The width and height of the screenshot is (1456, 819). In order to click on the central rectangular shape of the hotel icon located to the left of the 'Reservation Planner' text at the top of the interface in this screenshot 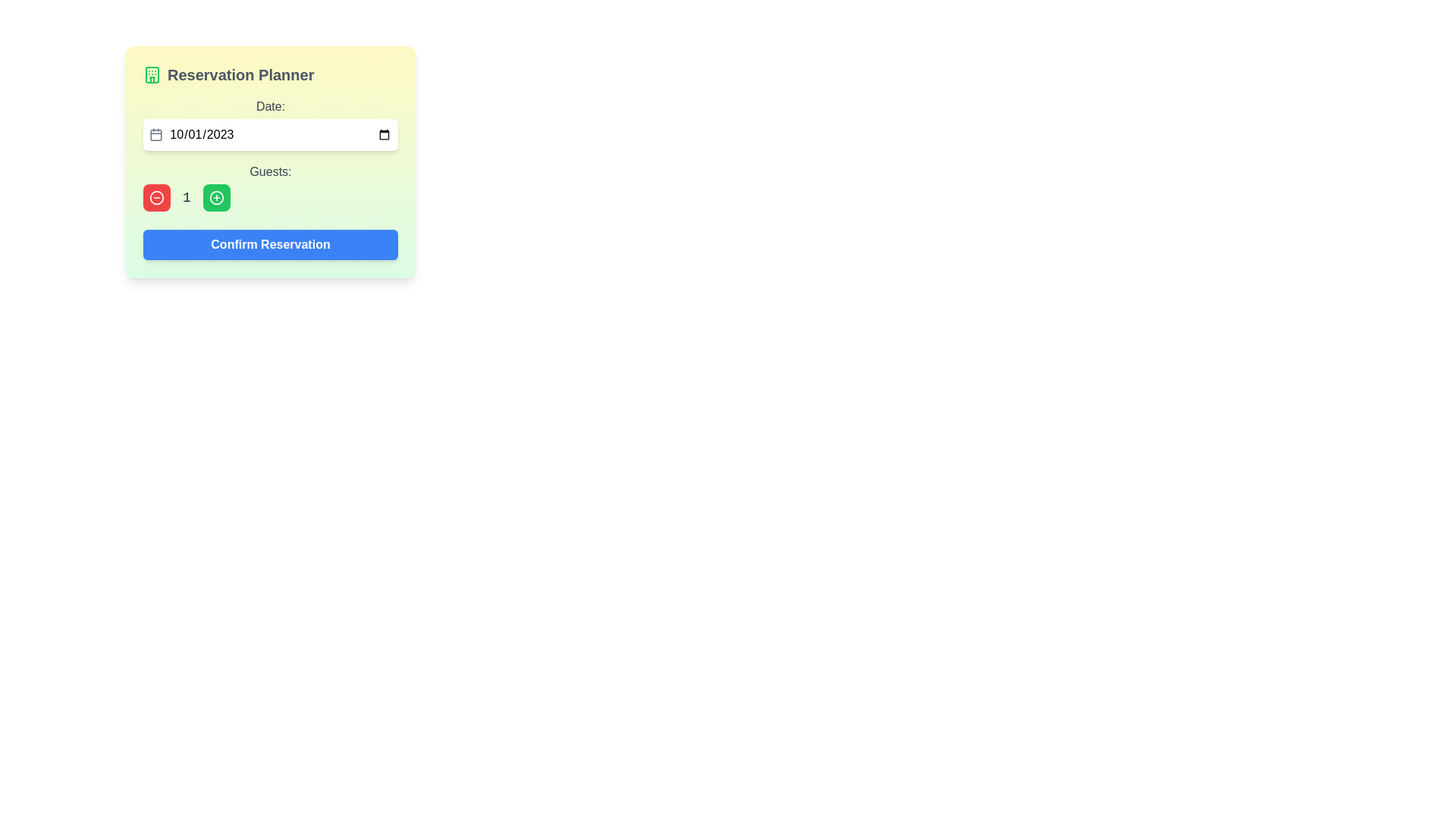, I will do `click(152, 75)`.